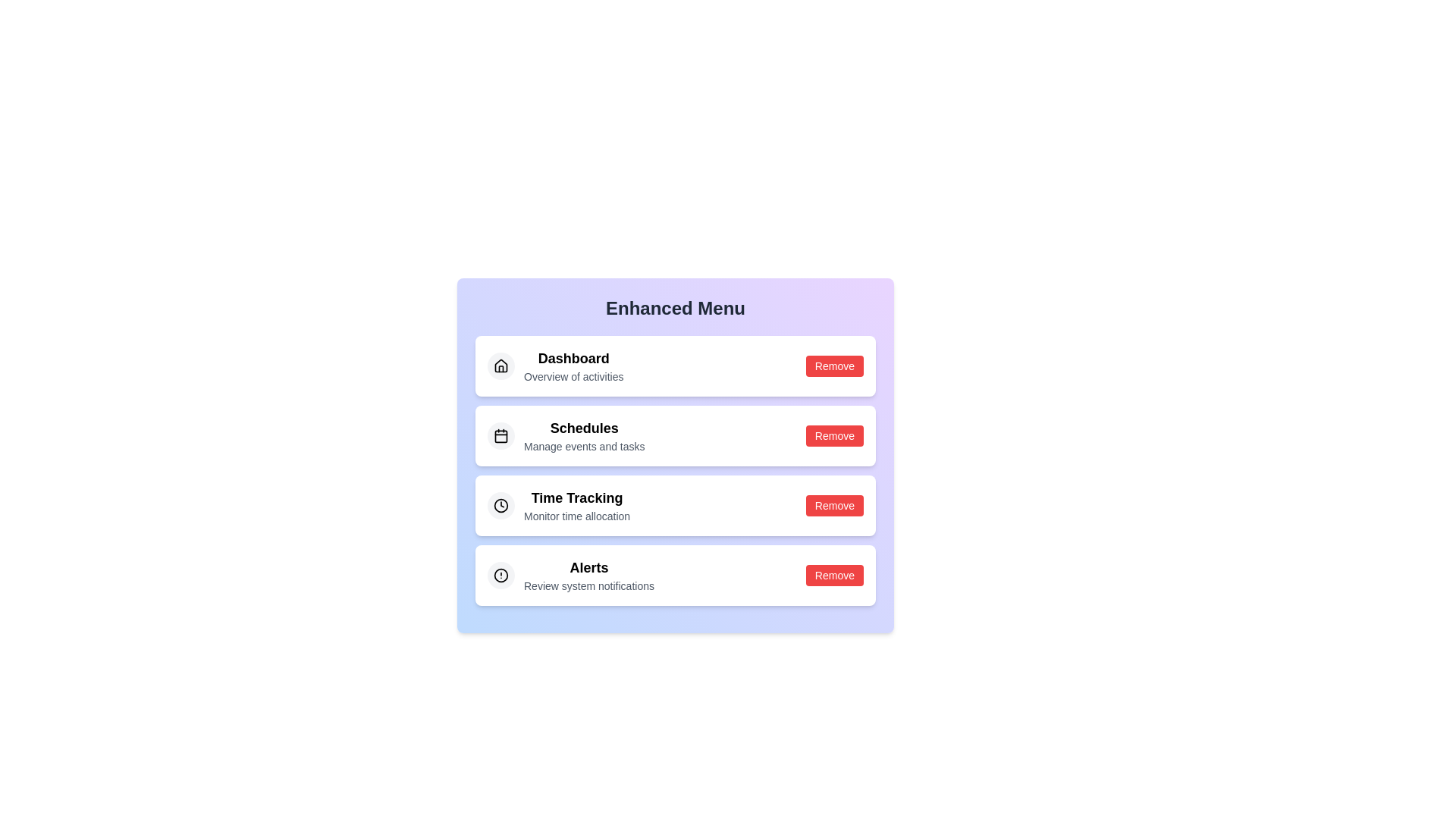 Image resolution: width=1456 pixels, height=819 pixels. What do you see at coordinates (833, 366) in the screenshot?
I see `the 'Remove' button for the item with title Dashboard` at bounding box center [833, 366].